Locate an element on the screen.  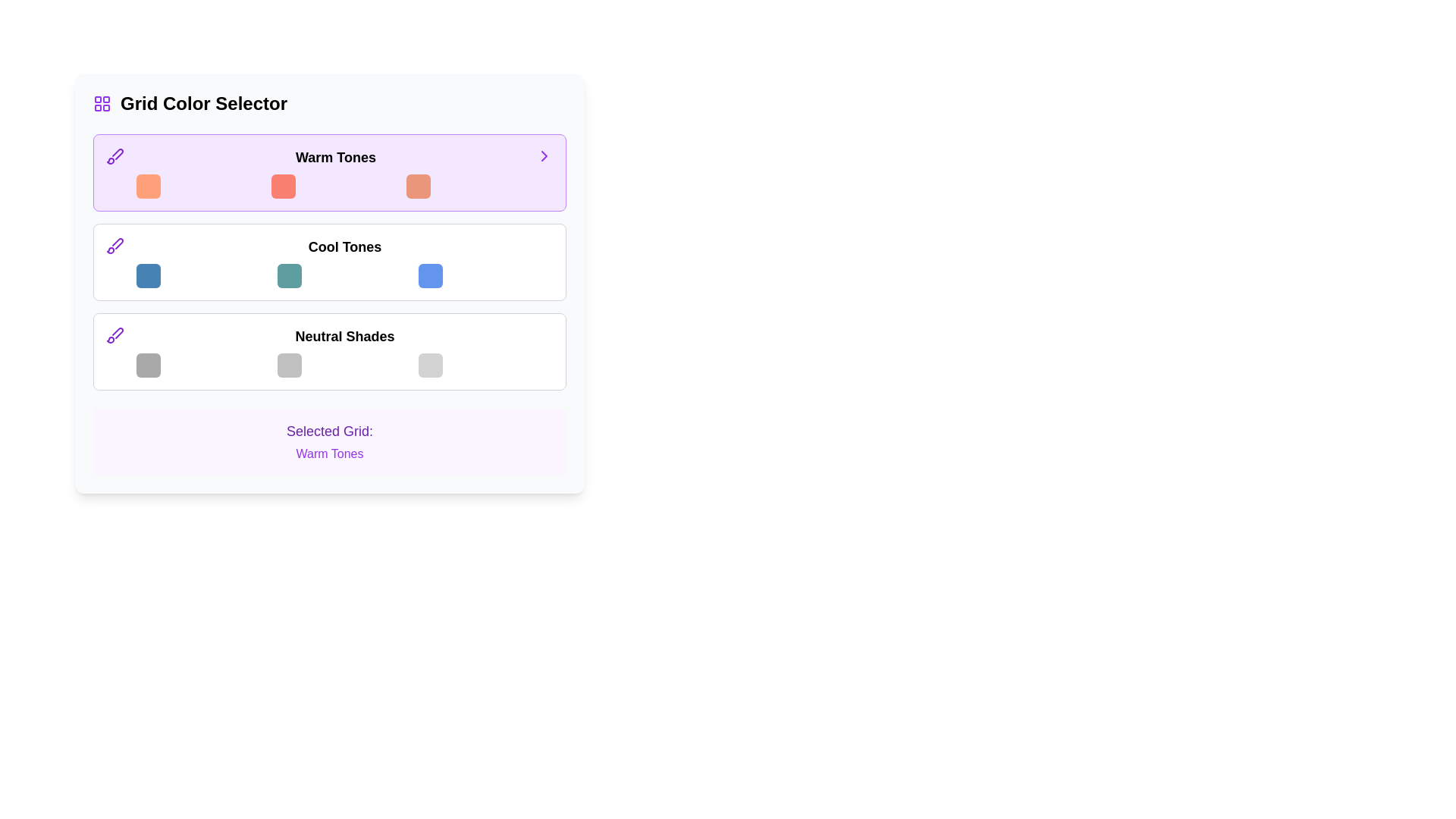
the 'Warm Tones' text label, which is styled in purple and positioned within the 'Selected Grid' section, located at the bottom of the main interface layout is located at coordinates (329, 453).